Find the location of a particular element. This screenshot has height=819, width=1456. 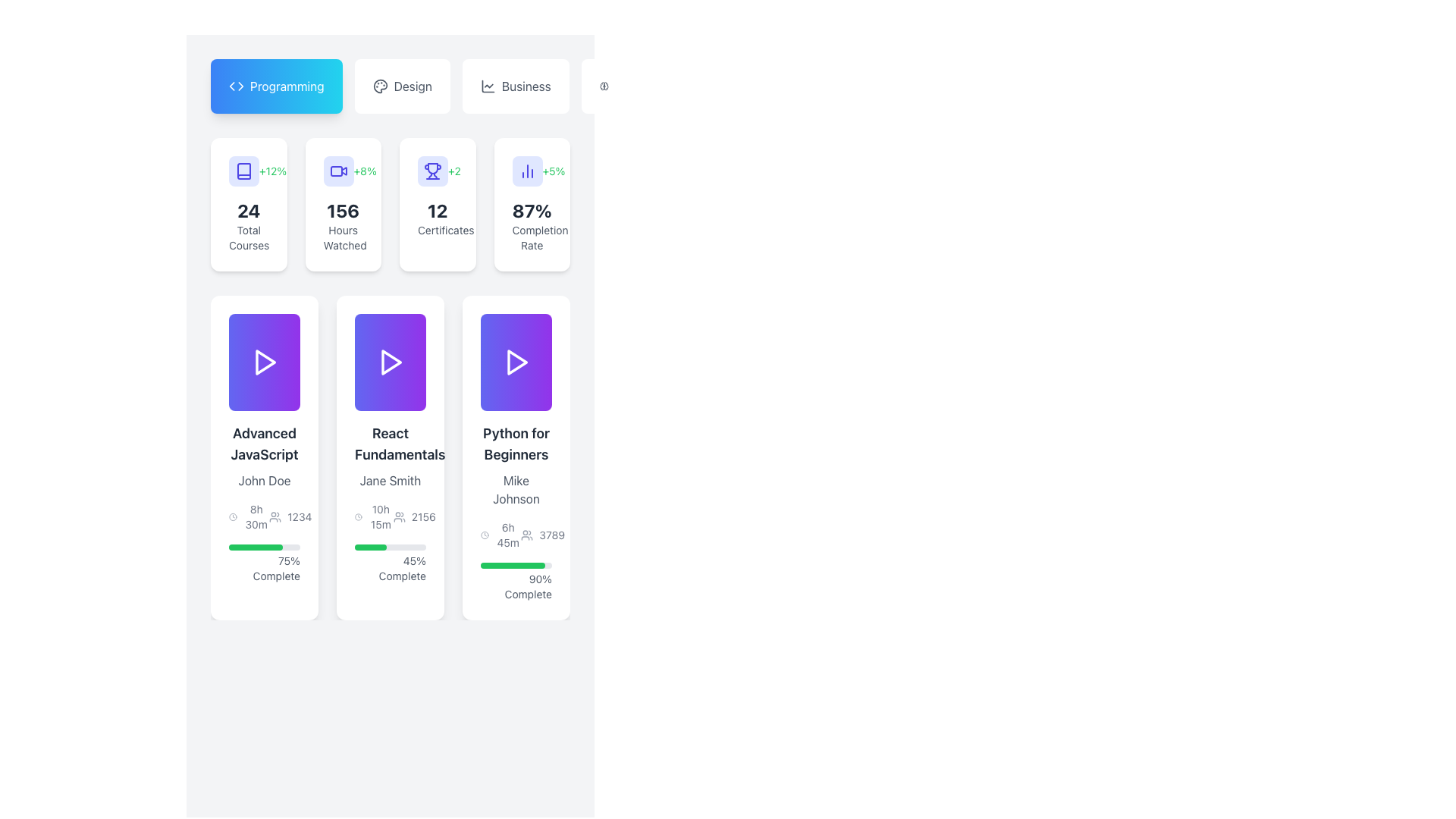

the icon representing '156 Hours Watched', which is located in the center of a card in the top row of widgets, positioned between the 'Total Courses' card and the 'Certificates' card is located at coordinates (337, 171).